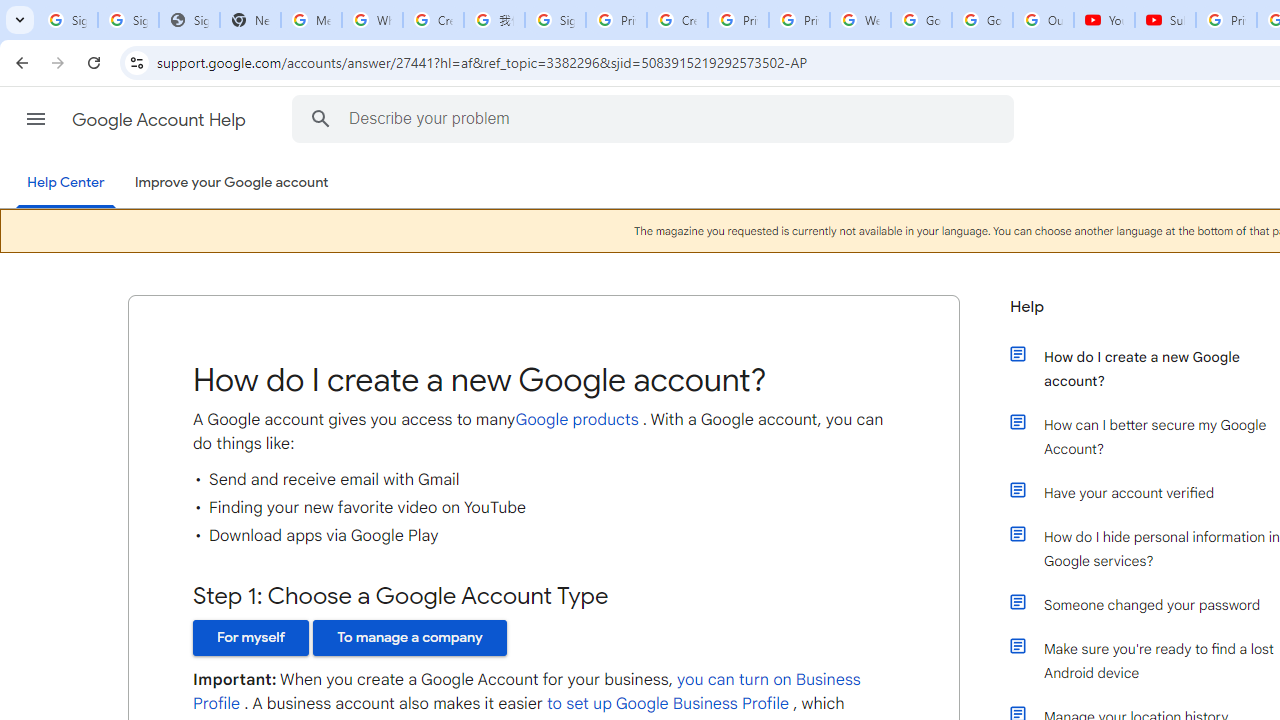  I want to click on 'you can turn on Business Profile', so click(527, 691).